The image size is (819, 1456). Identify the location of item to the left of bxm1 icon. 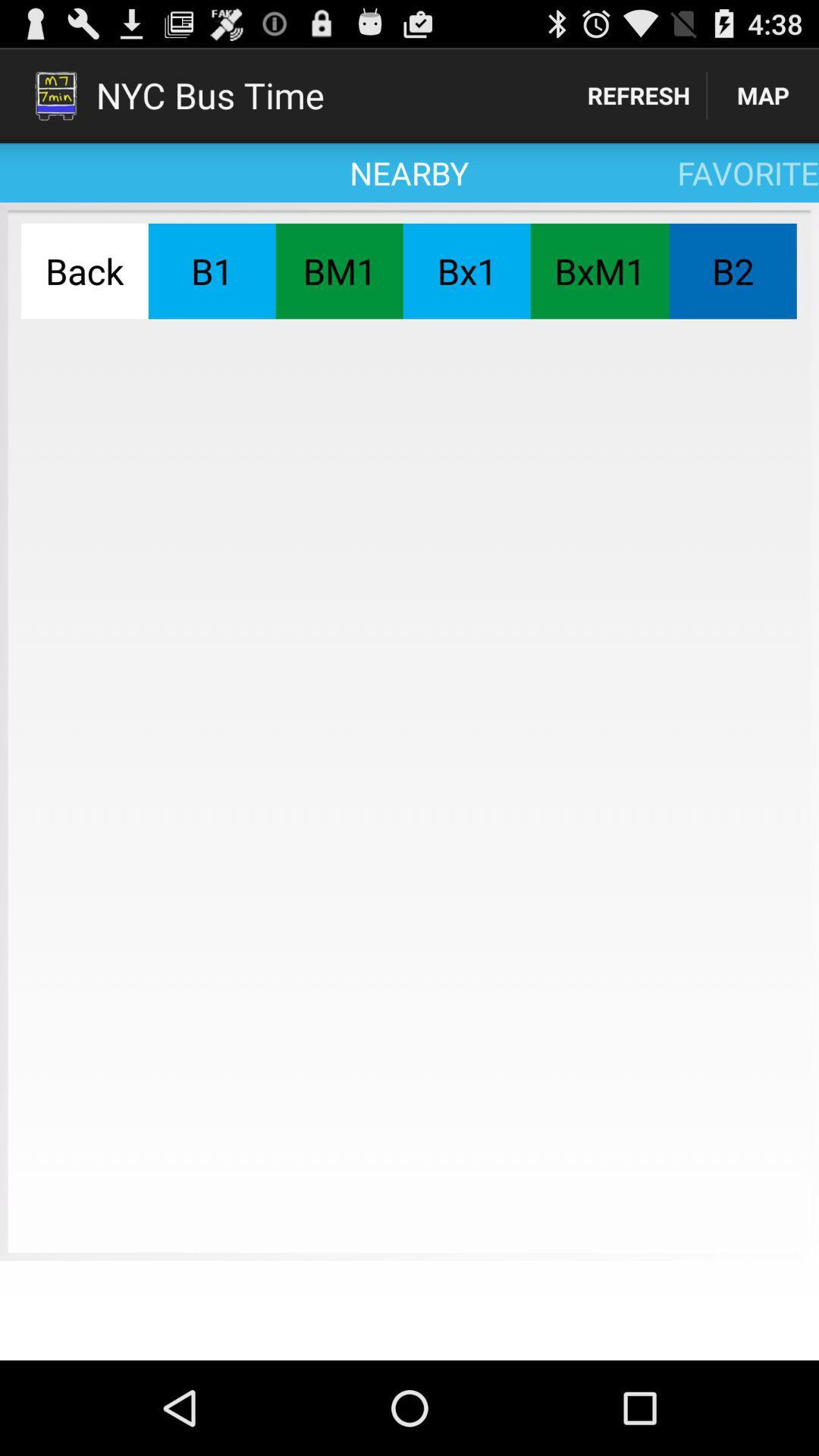
(466, 271).